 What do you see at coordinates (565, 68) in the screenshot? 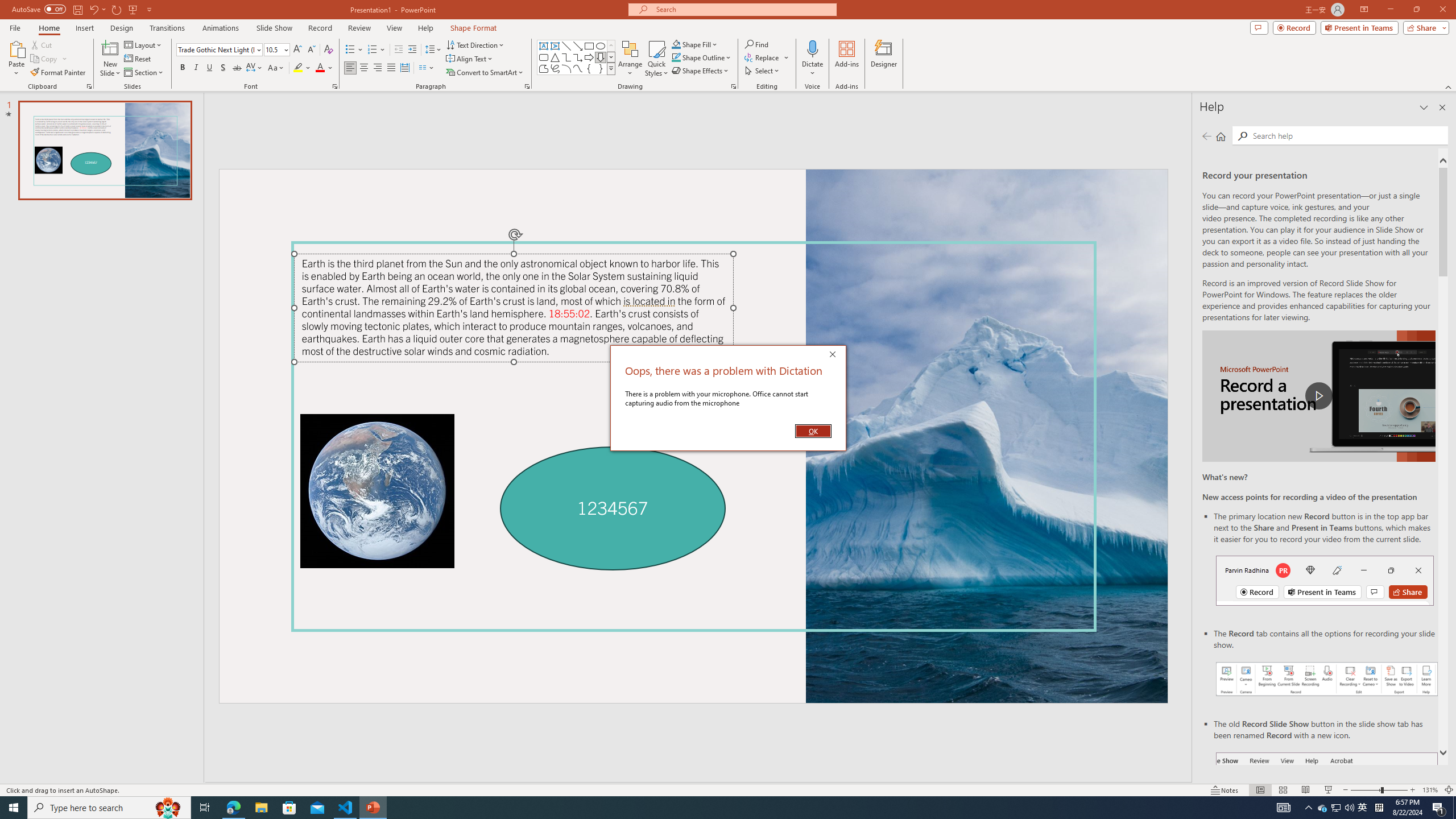
I see `'Arc'` at bounding box center [565, 68].